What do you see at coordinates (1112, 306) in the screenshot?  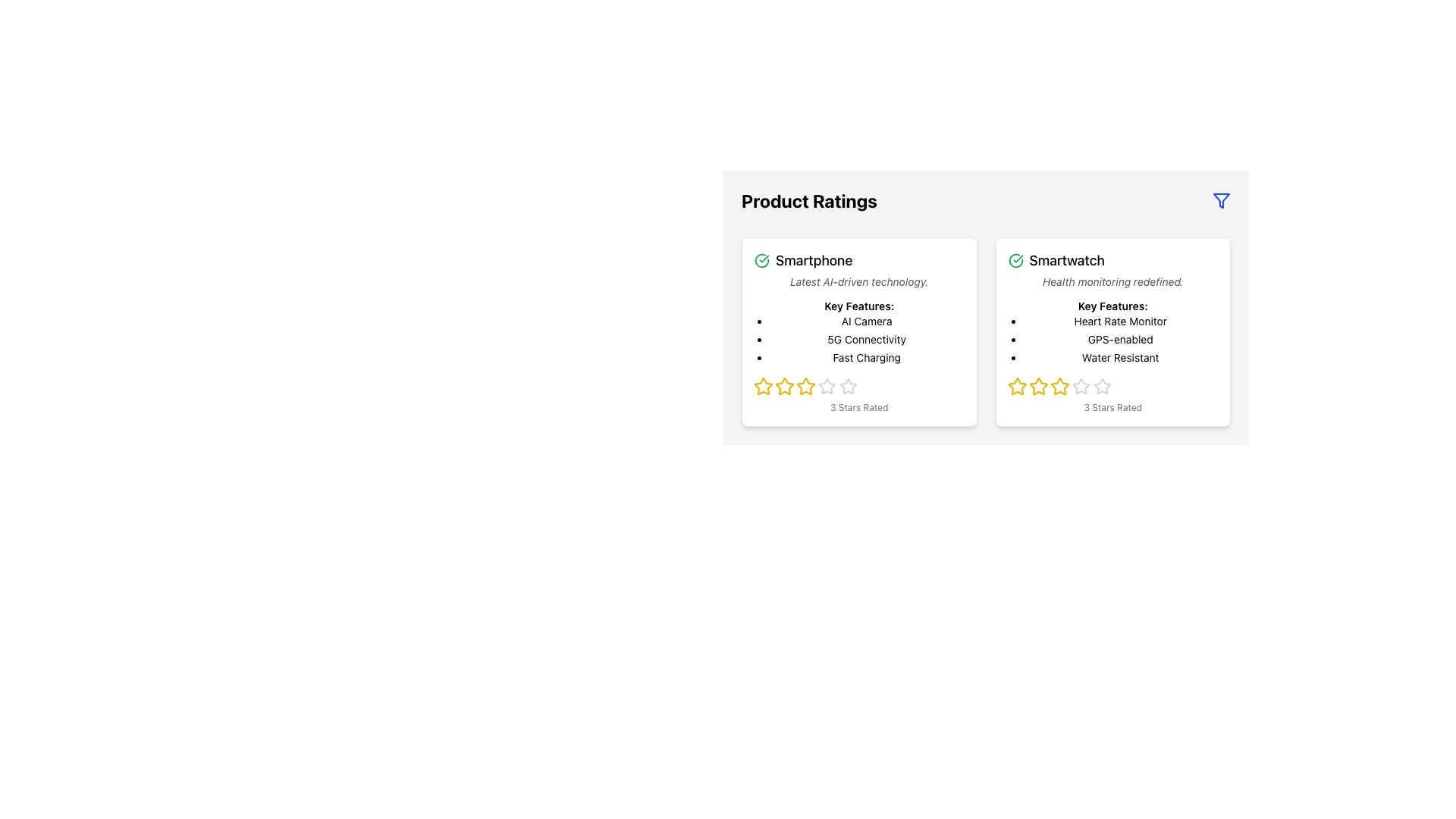 I see `the Text Label that introduces the key product features of the Smartwatch, located between the subtitle 'Health monitoring redefined.' and the bullet list of features` at bounding box center [1112, 306].